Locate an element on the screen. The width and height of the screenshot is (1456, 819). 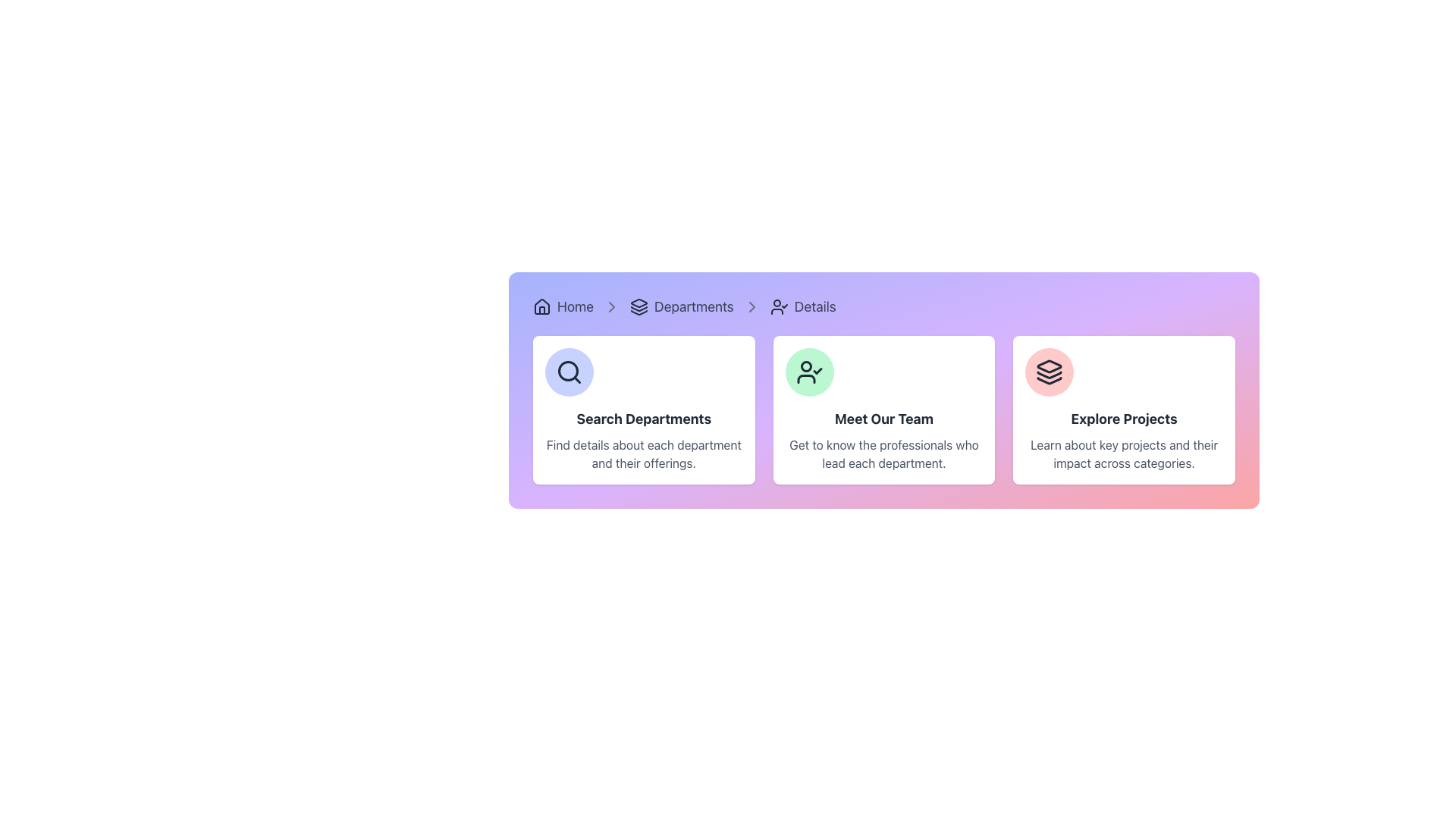
the rightward-pointing chevron icon with a gray outline in the breadcrumb navigation, positioned between 'Home' and 'Departments' is located at coordinates (611, 307).